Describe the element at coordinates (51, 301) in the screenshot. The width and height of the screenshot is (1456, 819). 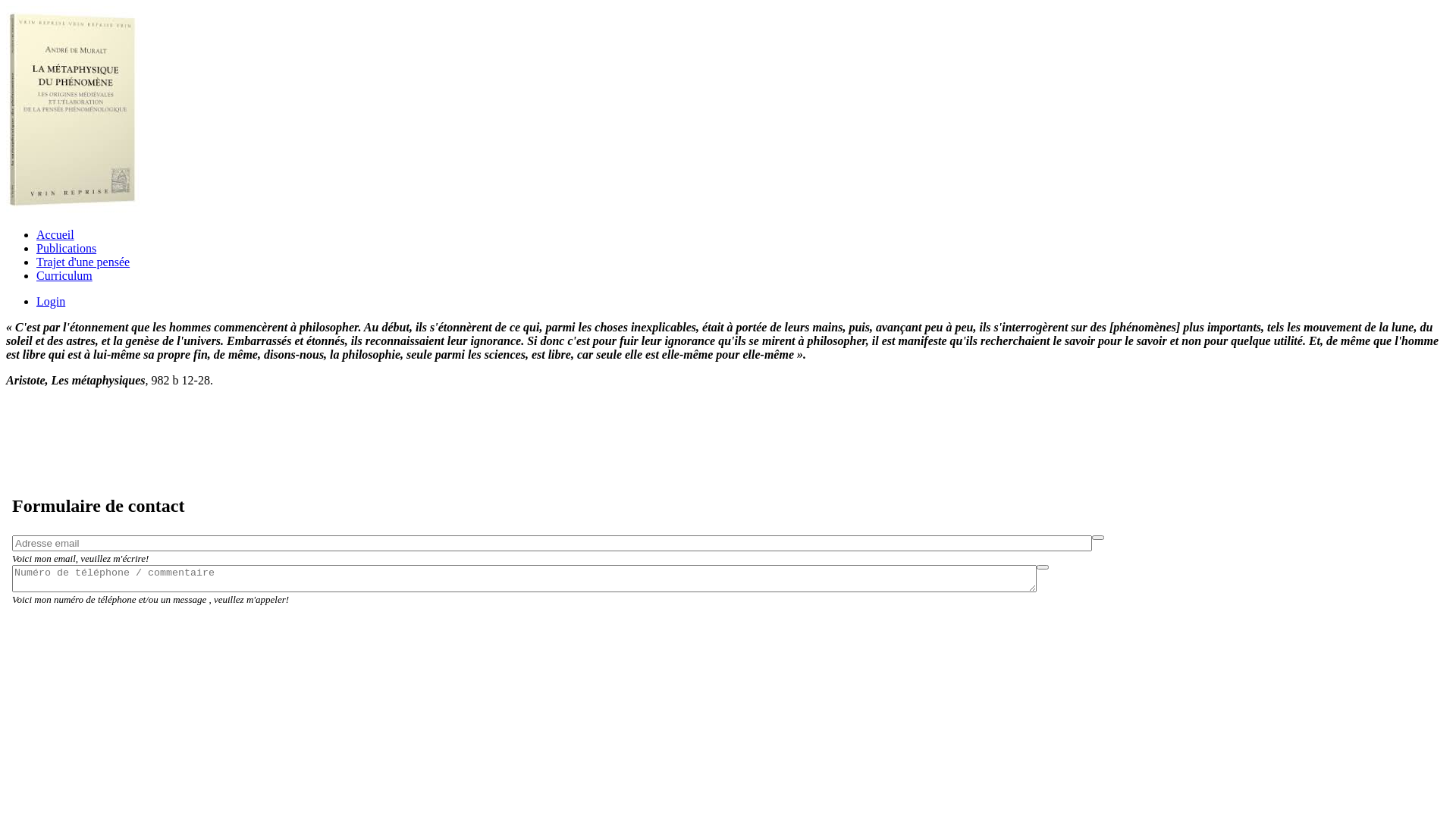
I see `'Login'` at that location.